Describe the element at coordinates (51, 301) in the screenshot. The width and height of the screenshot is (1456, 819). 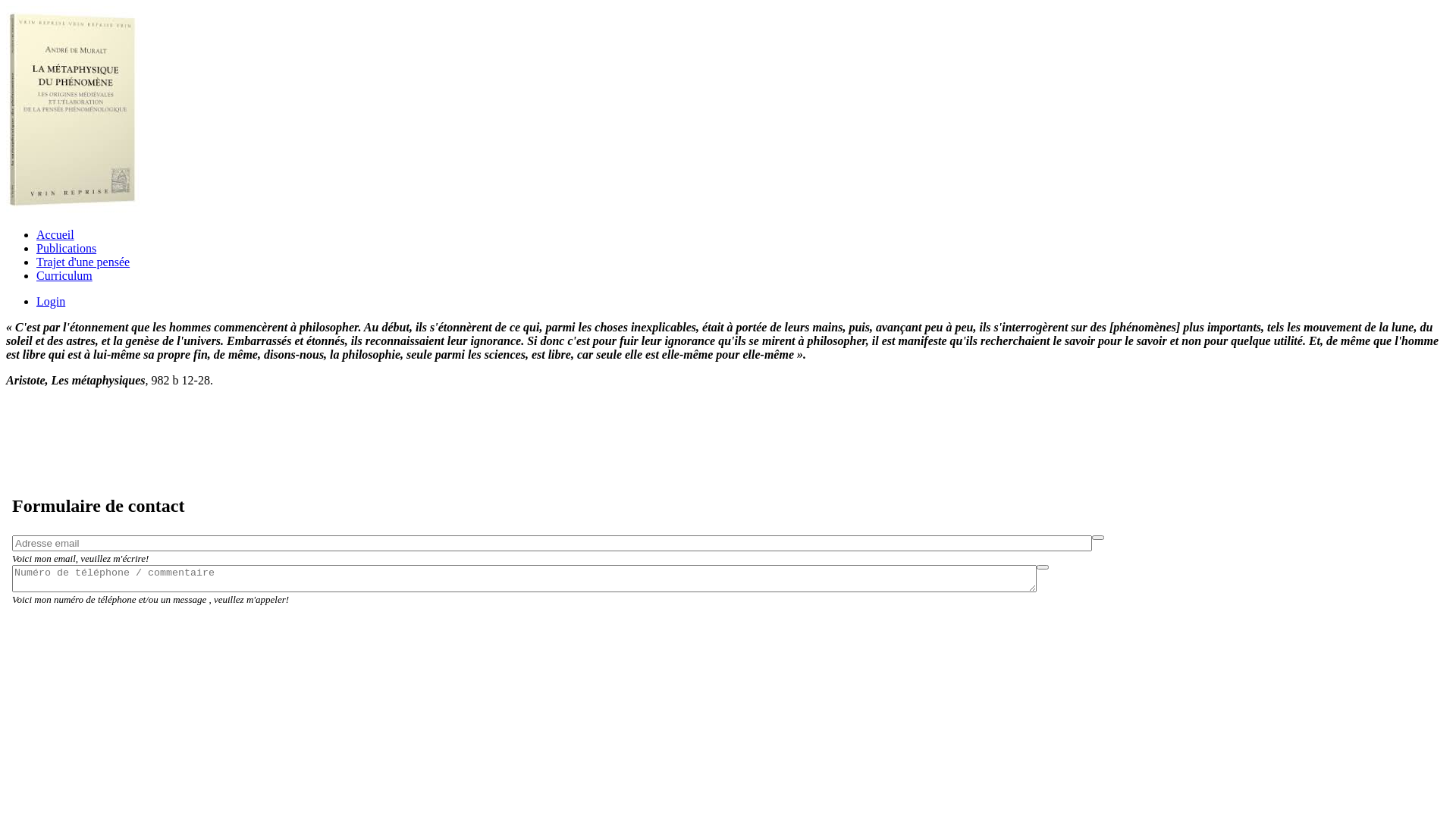
I see `'Login'` at that location.